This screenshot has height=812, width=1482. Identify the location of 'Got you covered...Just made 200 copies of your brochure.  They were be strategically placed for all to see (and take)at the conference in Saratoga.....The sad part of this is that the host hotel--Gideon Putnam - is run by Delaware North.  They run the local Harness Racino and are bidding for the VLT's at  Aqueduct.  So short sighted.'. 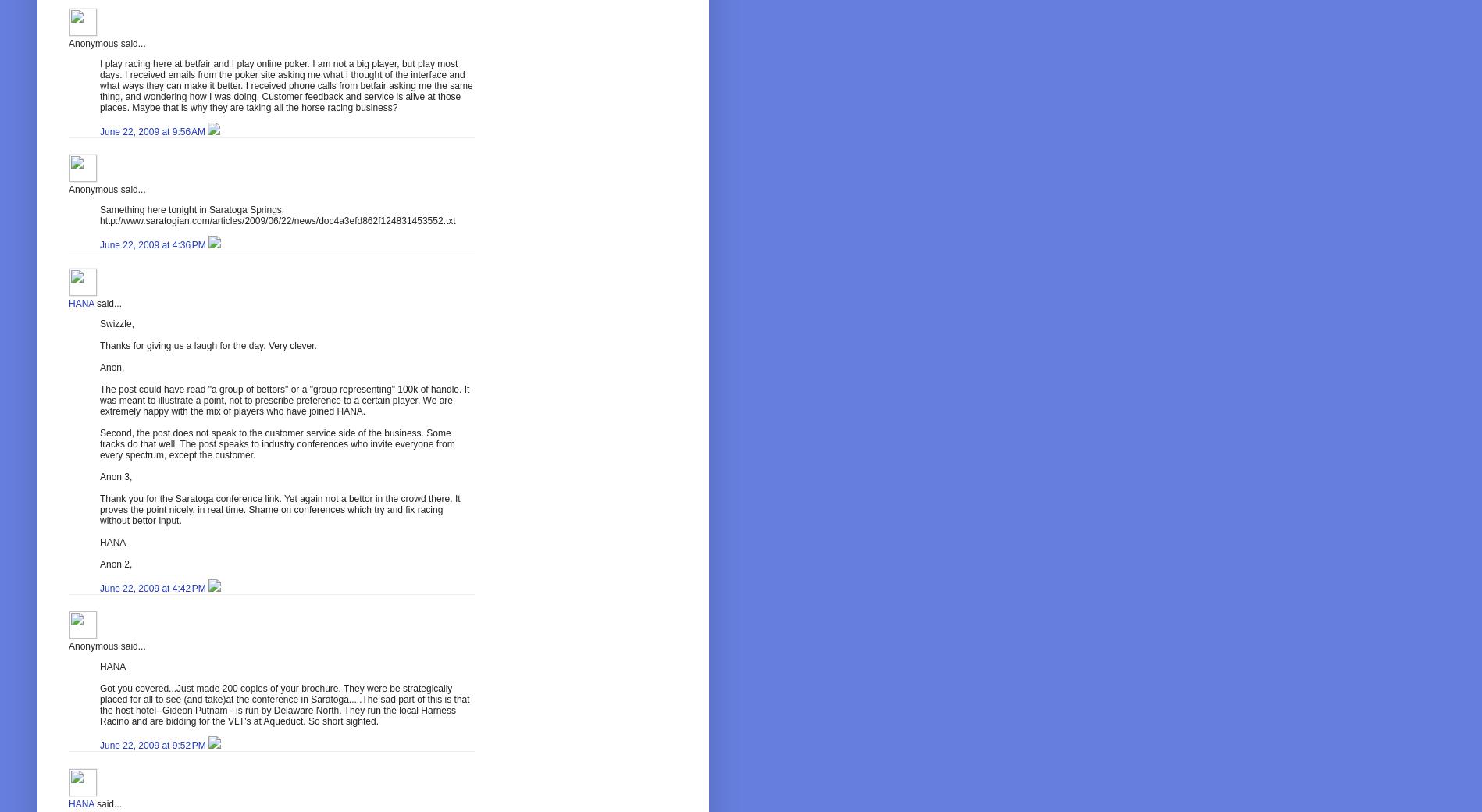
(284, 704).